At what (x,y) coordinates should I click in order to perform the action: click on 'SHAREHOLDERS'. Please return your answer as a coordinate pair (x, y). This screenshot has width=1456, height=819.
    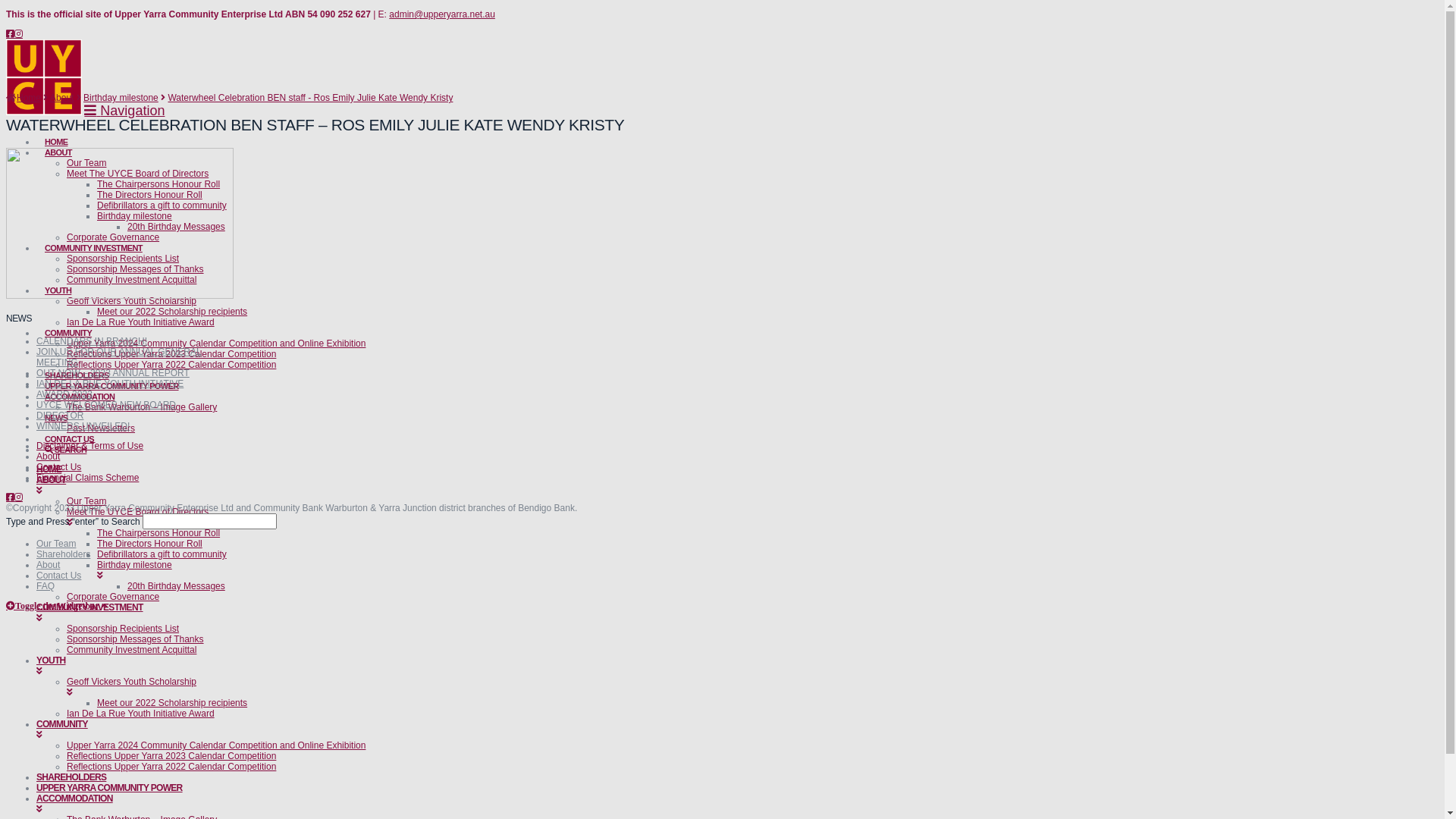
    Looking at the image, I should click on (76, 371).